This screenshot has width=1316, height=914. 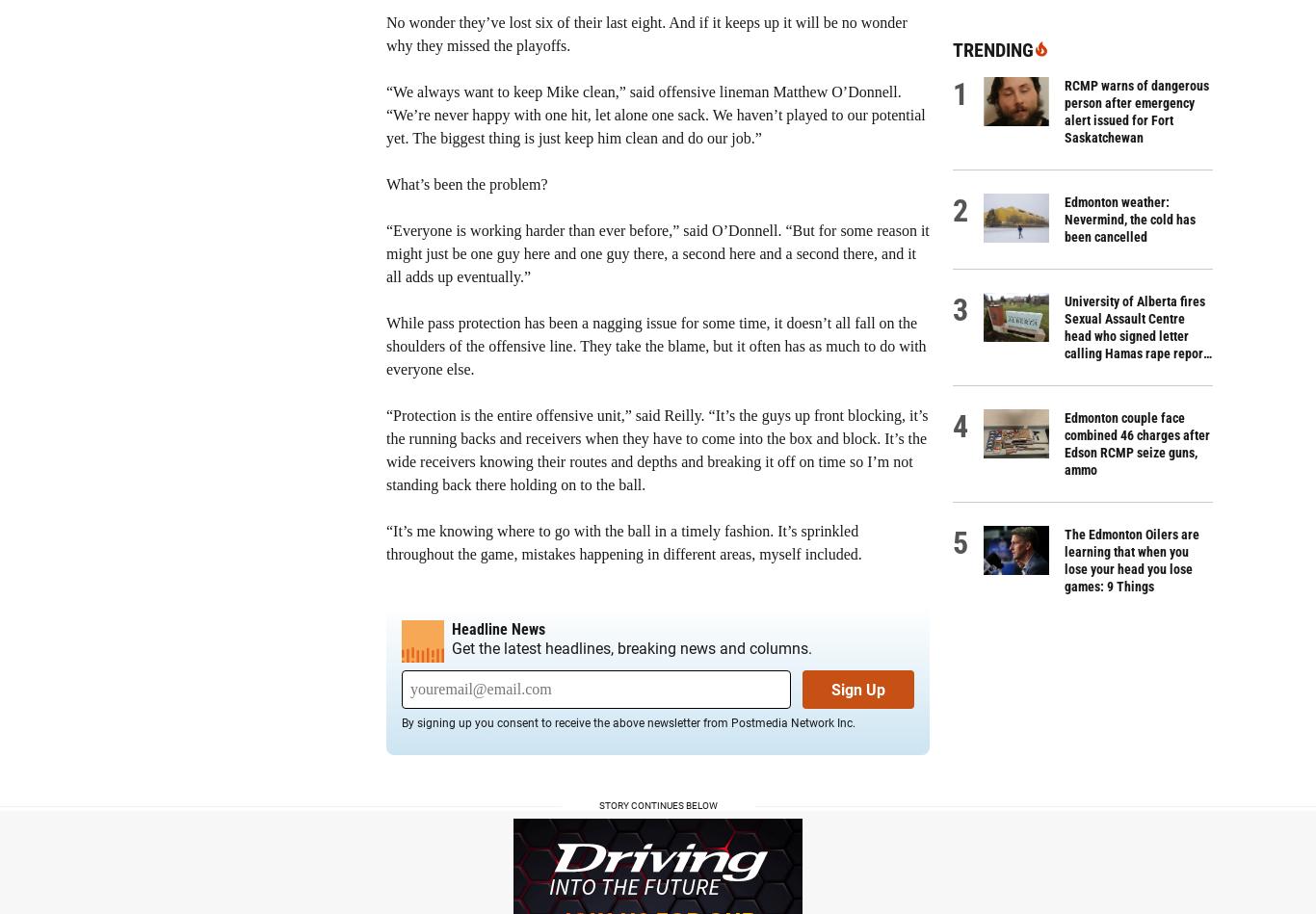 I want to click on 'By signing up you consent to receive the above newsletter from Postmedia Network Inc.', so click(x=627, y=723).